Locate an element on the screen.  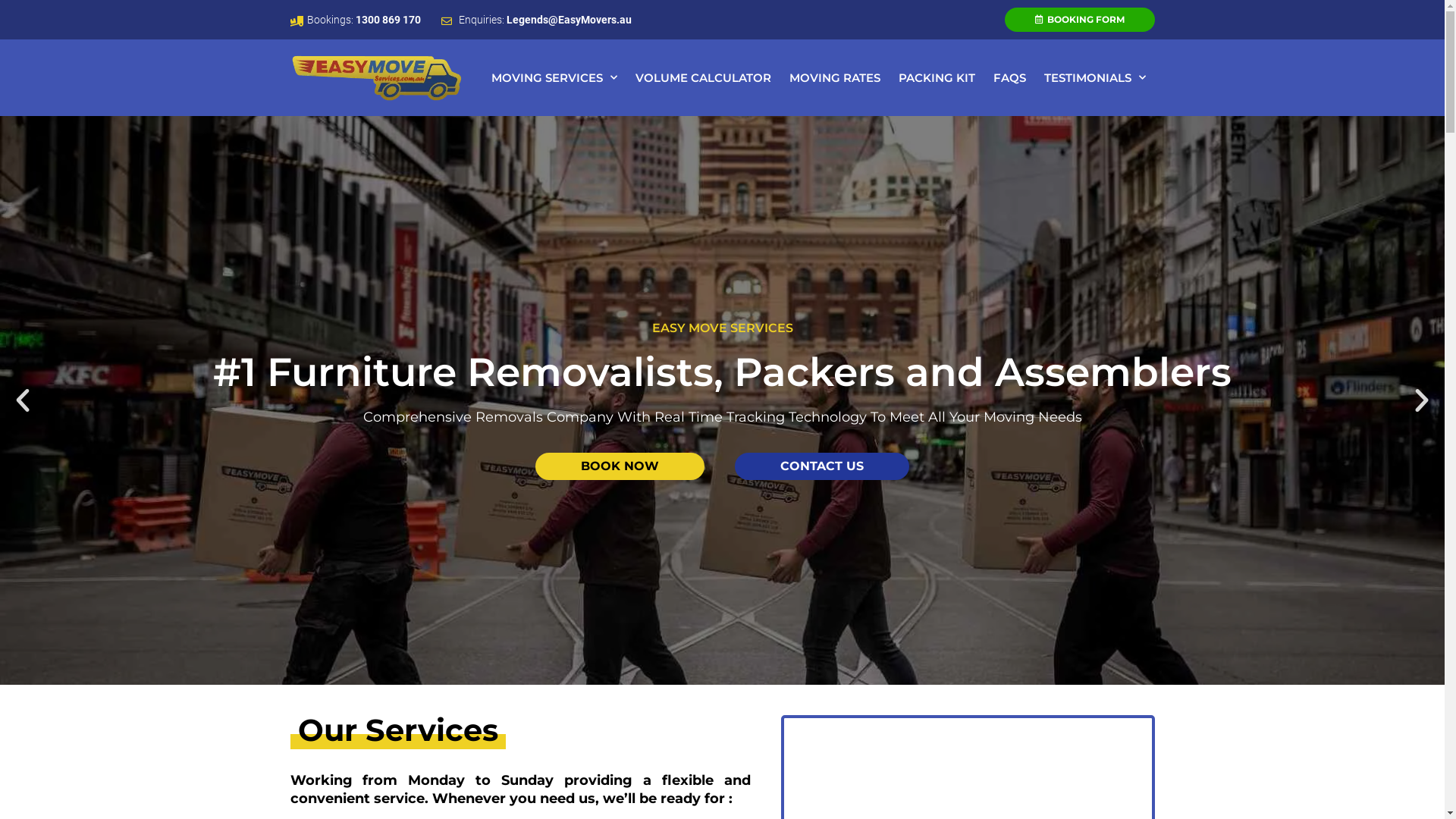
'BOOKING FORM' is located at coordinates (1078, 20).